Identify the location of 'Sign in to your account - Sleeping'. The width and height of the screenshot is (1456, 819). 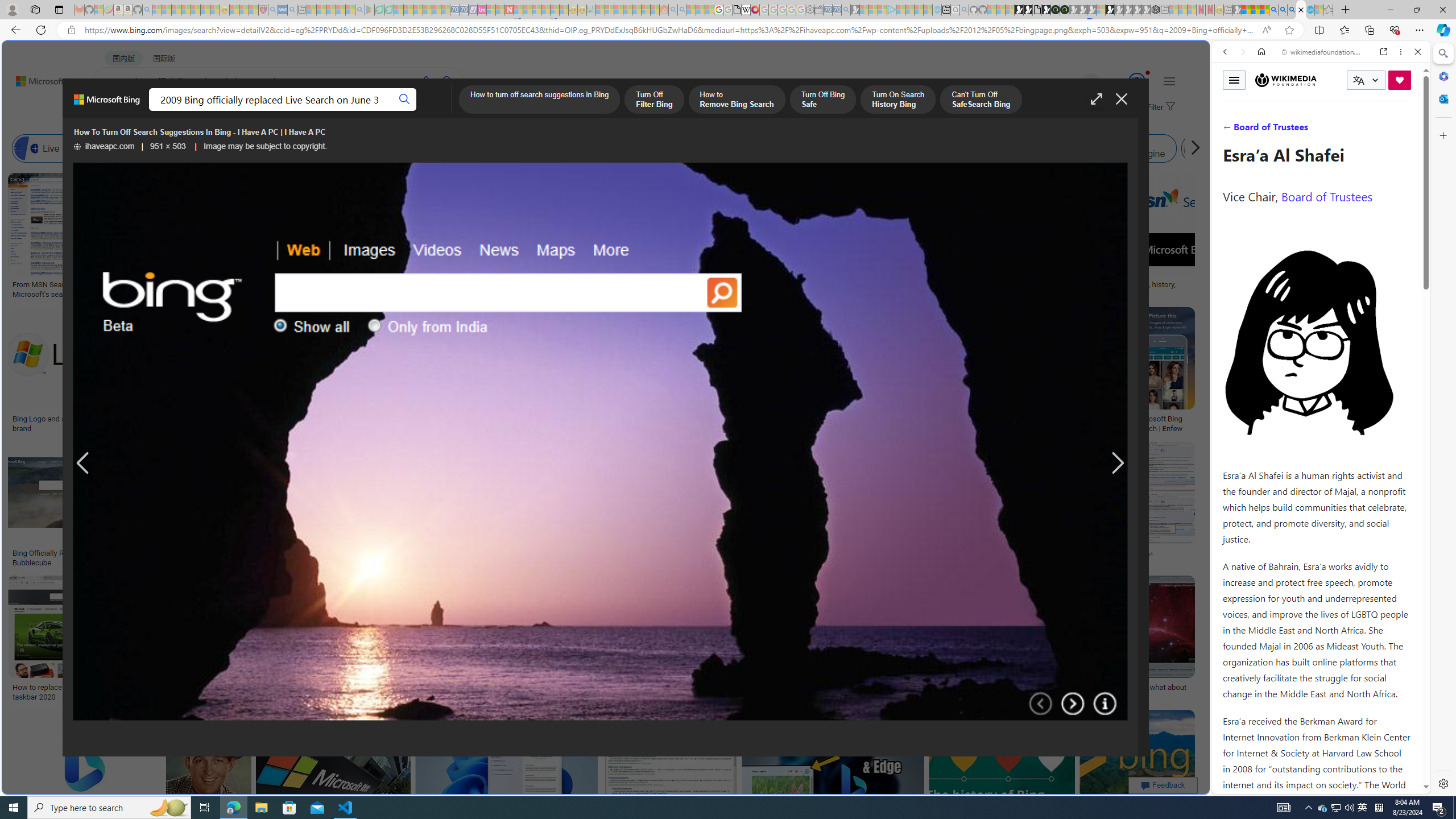
(1101, 9).